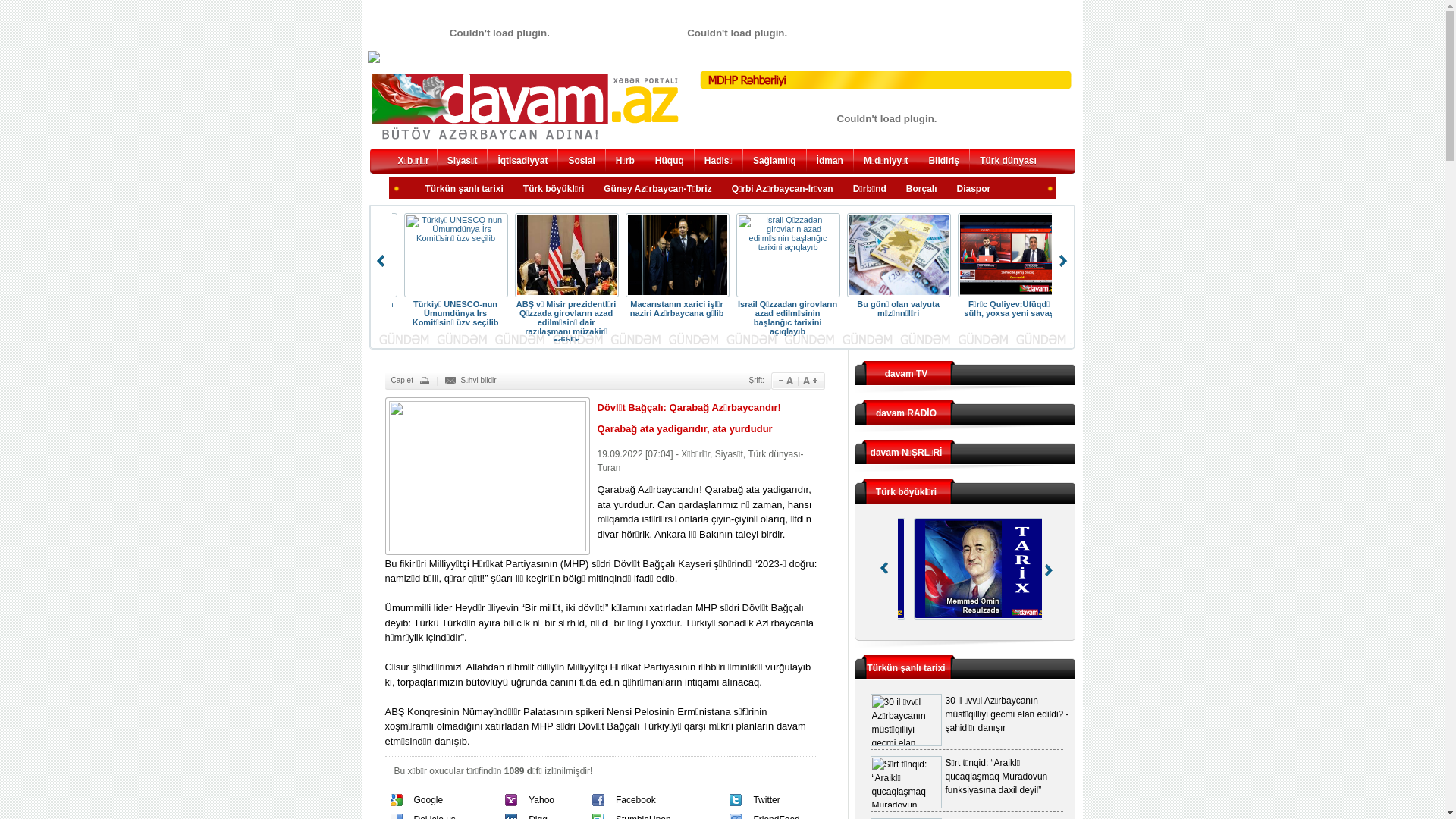 The height and width of the screenshot is (819, 1456). What do you see at coordinates (428, 799) in the screenshot?
I see `'Google'` at bounding box center [428, 799].